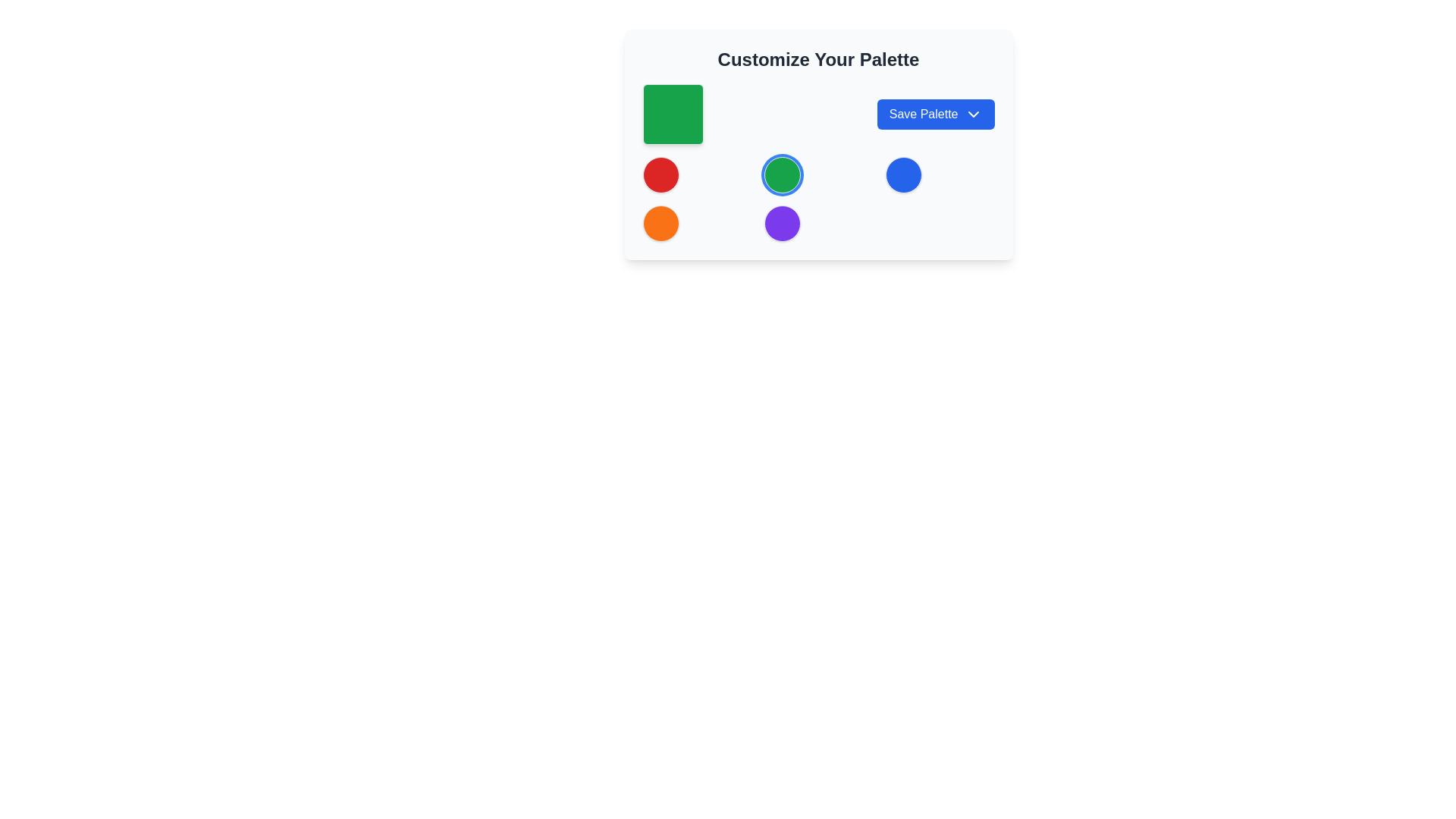  I want to click on the 'Save Palette' button, which is a rectangular button with a blue background and rounded corners, containing white text and a down arrow icon, so click(934, 113).